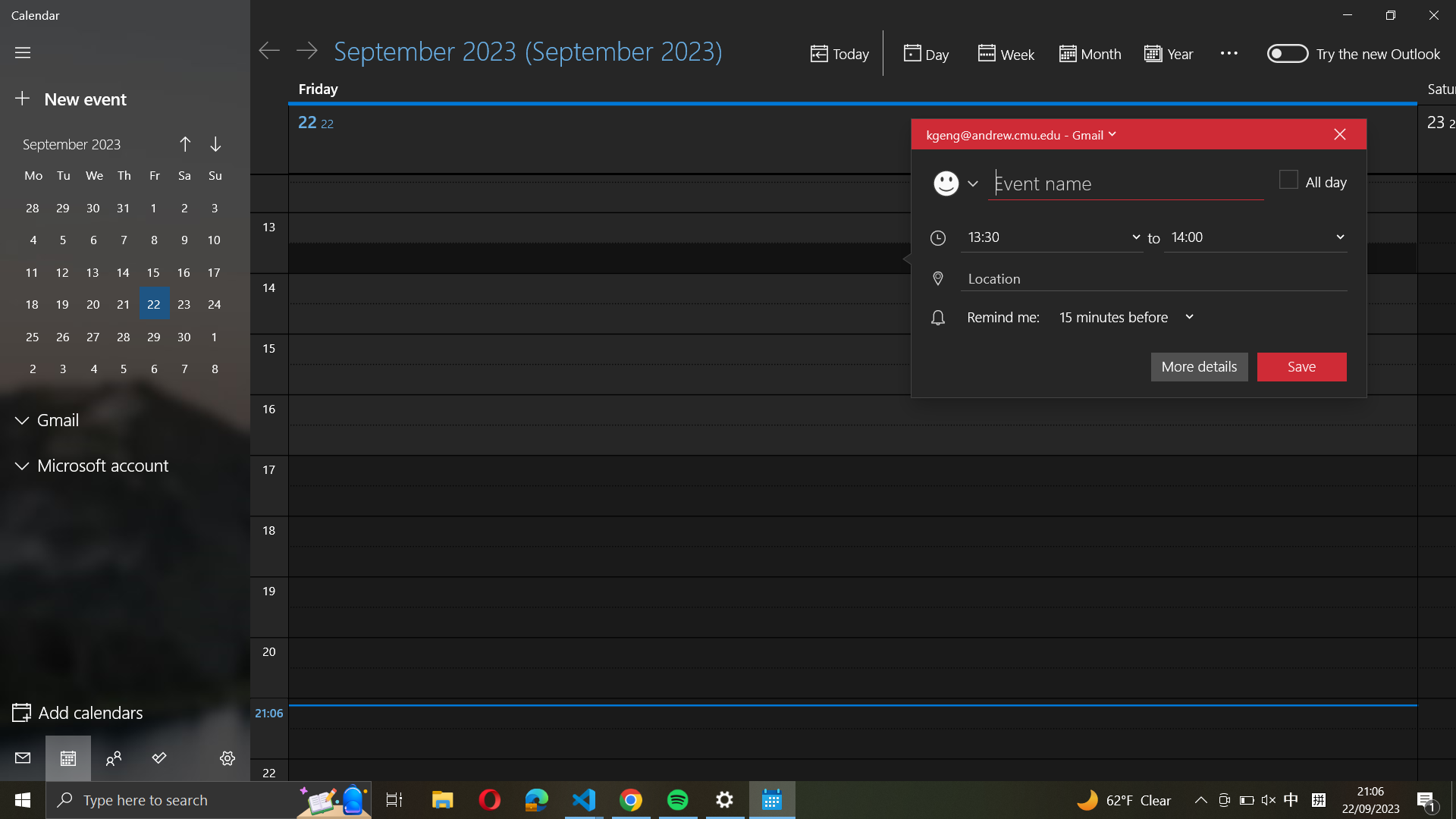  What do you see at coordinates (1120, 317) in the screenshot?
I see `Adjust event notification to ring 30 minutes beforehand` at bounding box center [1120, 317].